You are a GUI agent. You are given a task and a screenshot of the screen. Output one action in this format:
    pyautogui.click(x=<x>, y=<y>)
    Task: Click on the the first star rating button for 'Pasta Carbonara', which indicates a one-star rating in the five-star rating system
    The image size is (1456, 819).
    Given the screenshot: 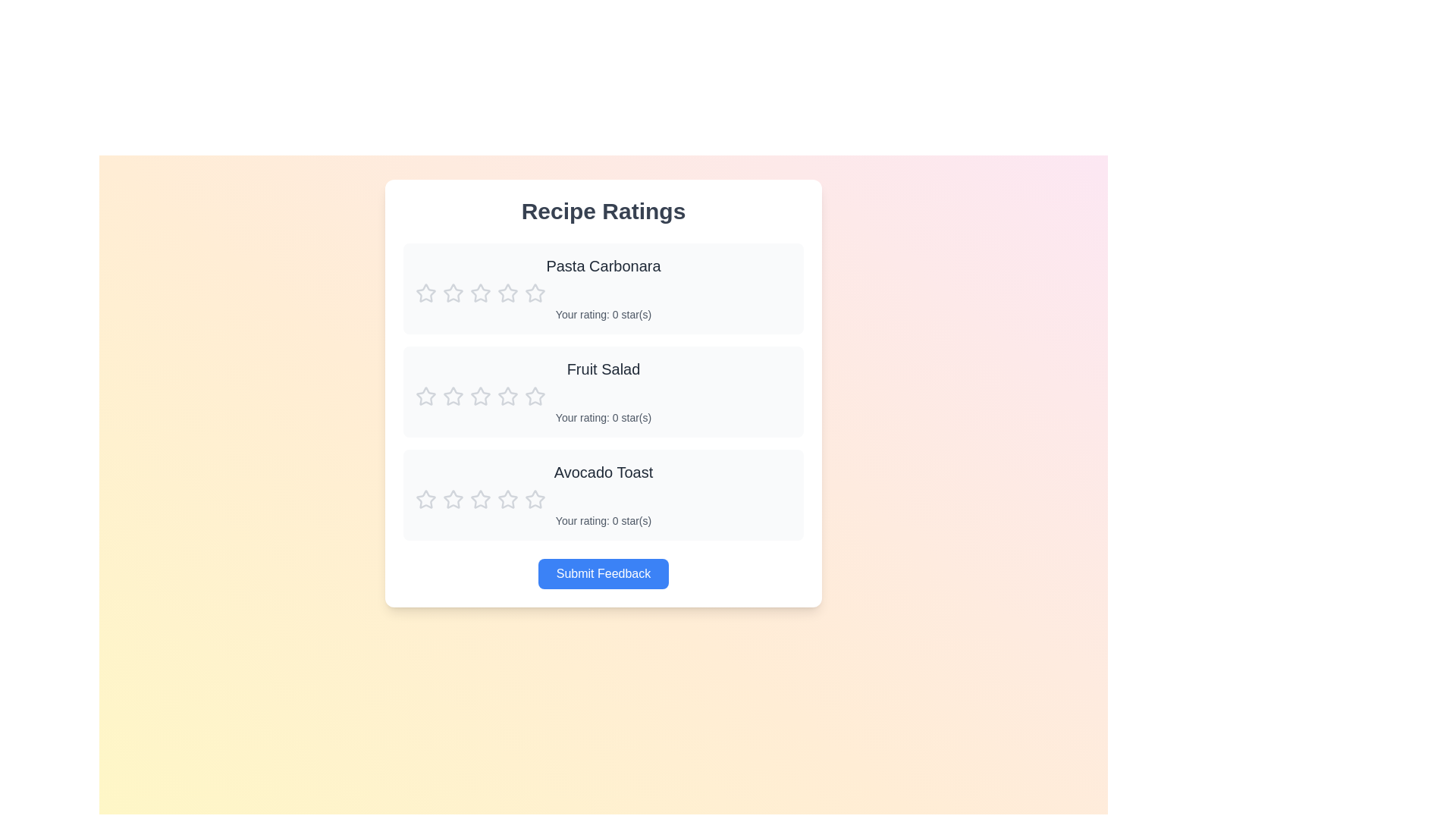 What is the action you would take?
    pyautogui.click(x=425, y=293)
    